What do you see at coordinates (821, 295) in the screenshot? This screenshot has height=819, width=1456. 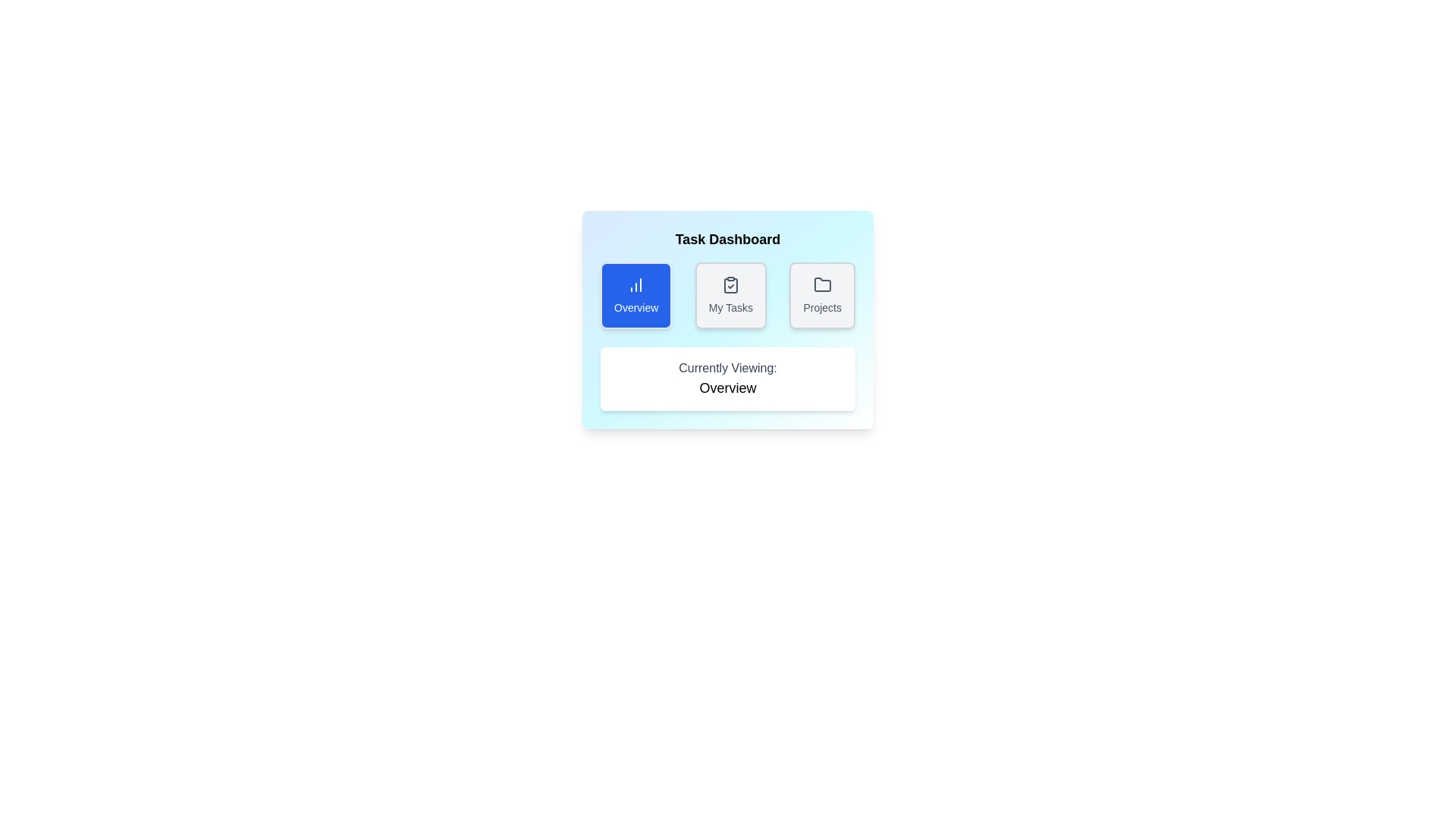 I see `the Projects tab to view its content` at bounding box center [821, 295].